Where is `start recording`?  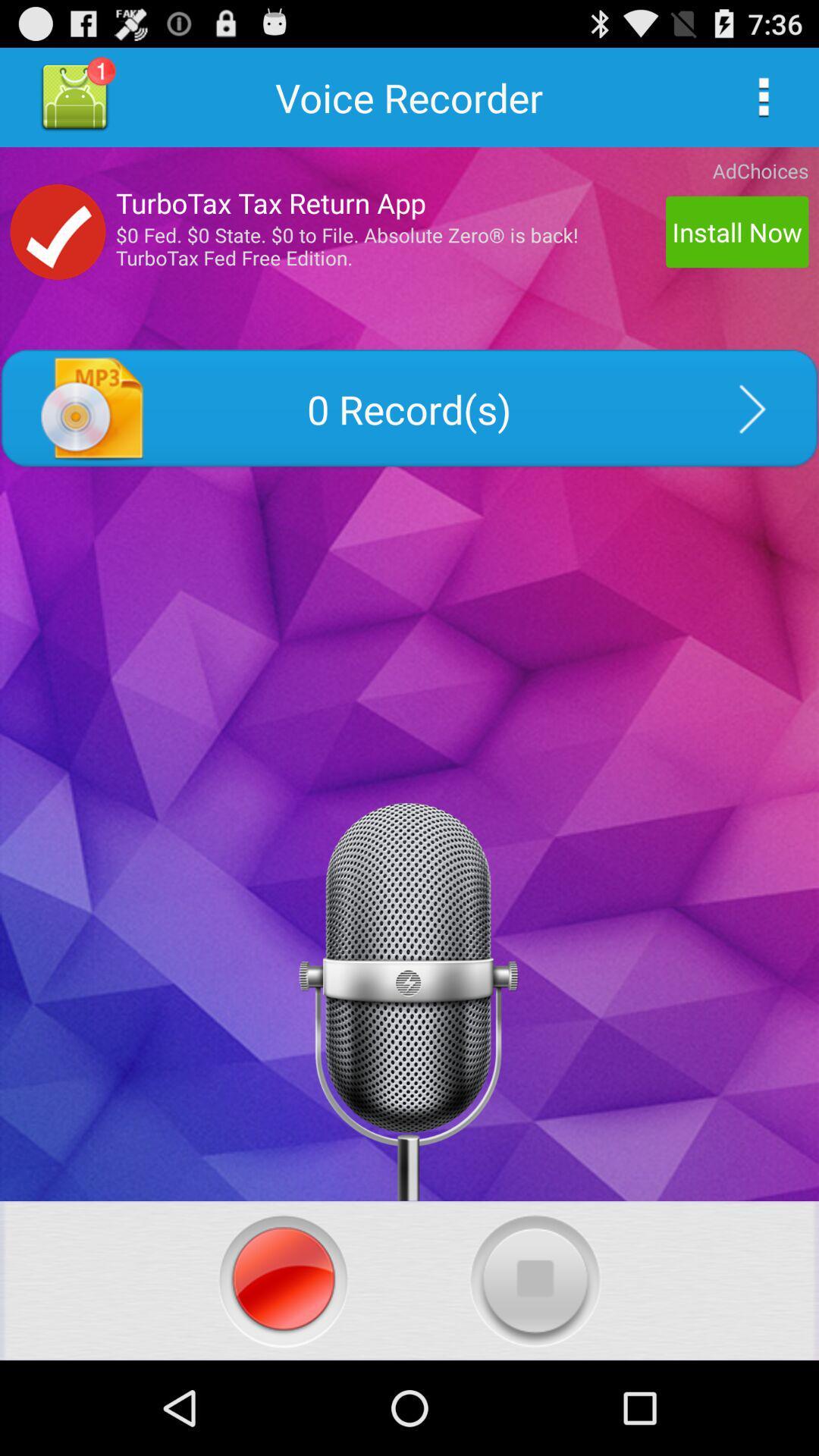 start recording is located at coordinates (283, 1280).